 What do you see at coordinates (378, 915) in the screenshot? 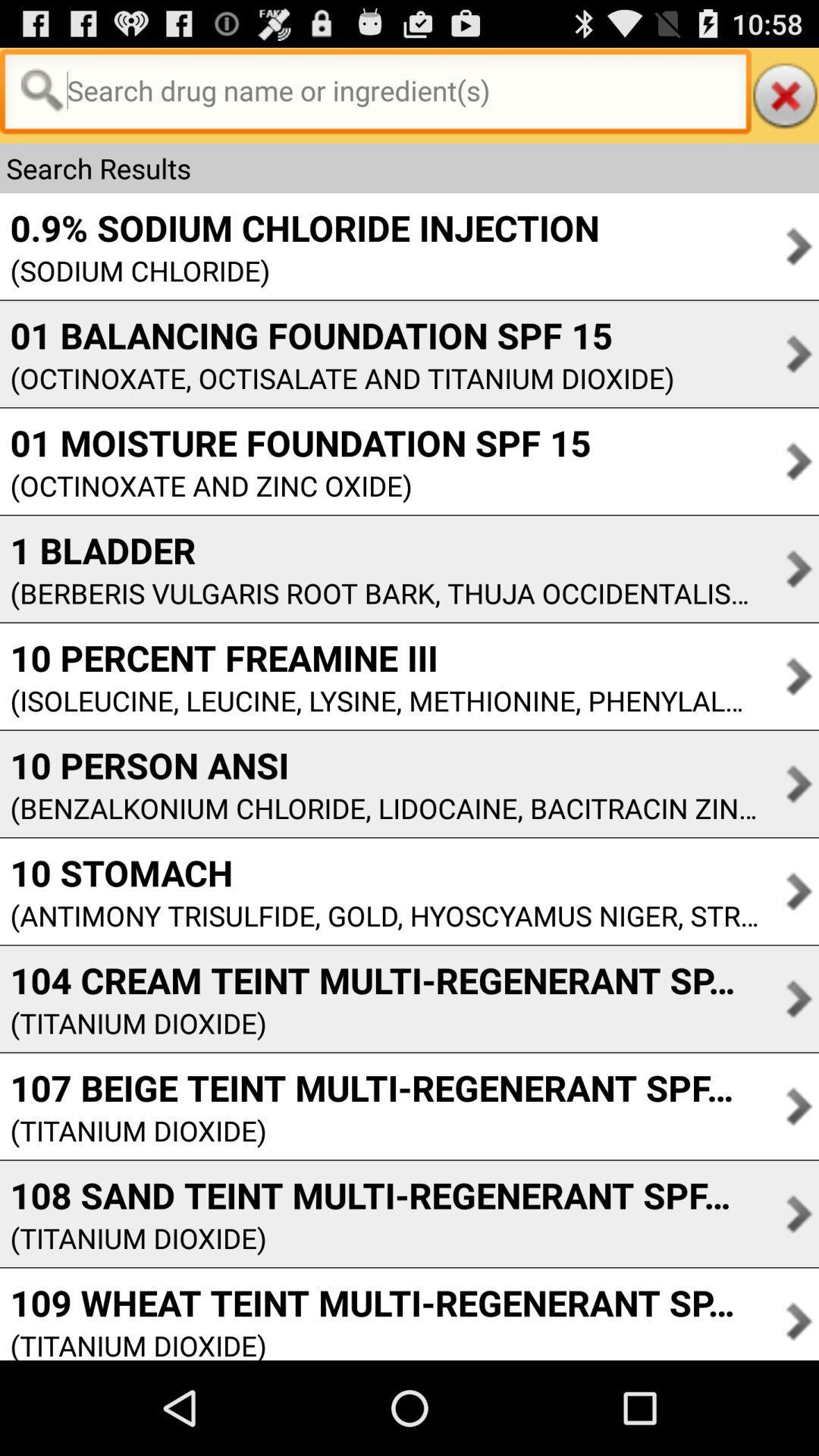
I see `antimony trisulfide gold item` at bounding box center [378, 915].